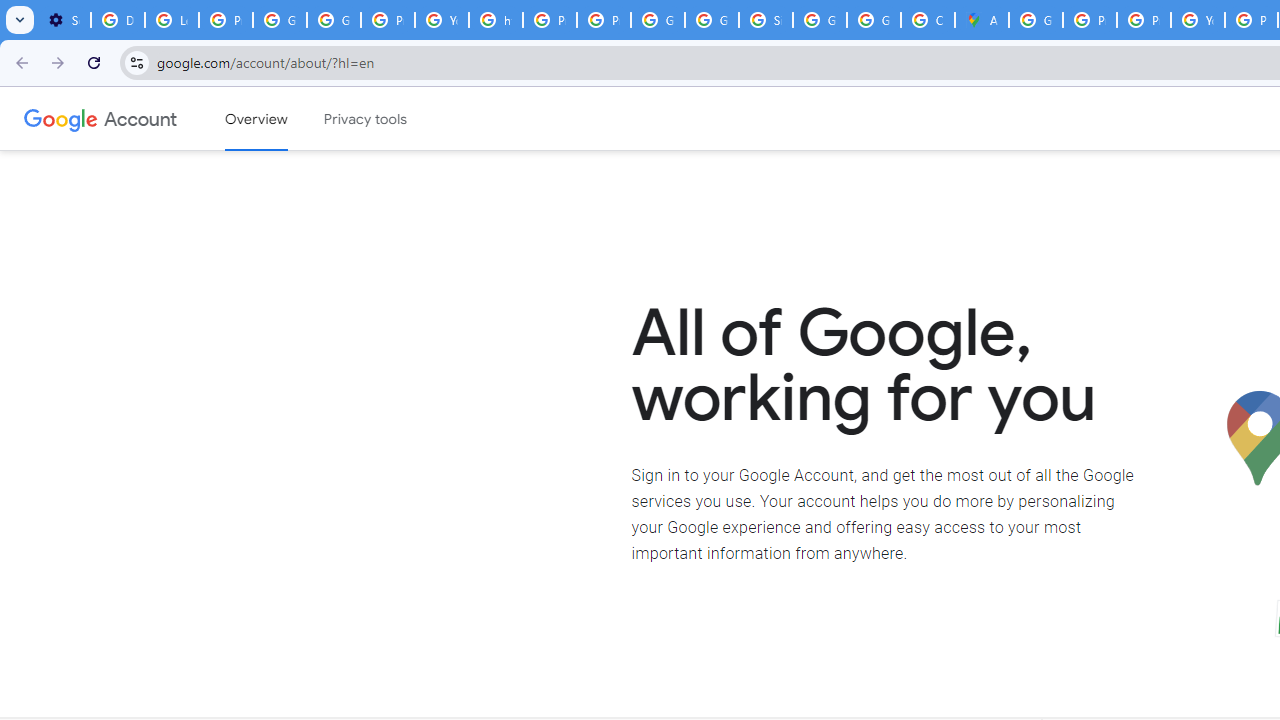  What do you see at coordinates (1144, 20) in the screenshot?
I see `'Privacy Help Center - Policies Help'` at bounding box center [1144, 20].